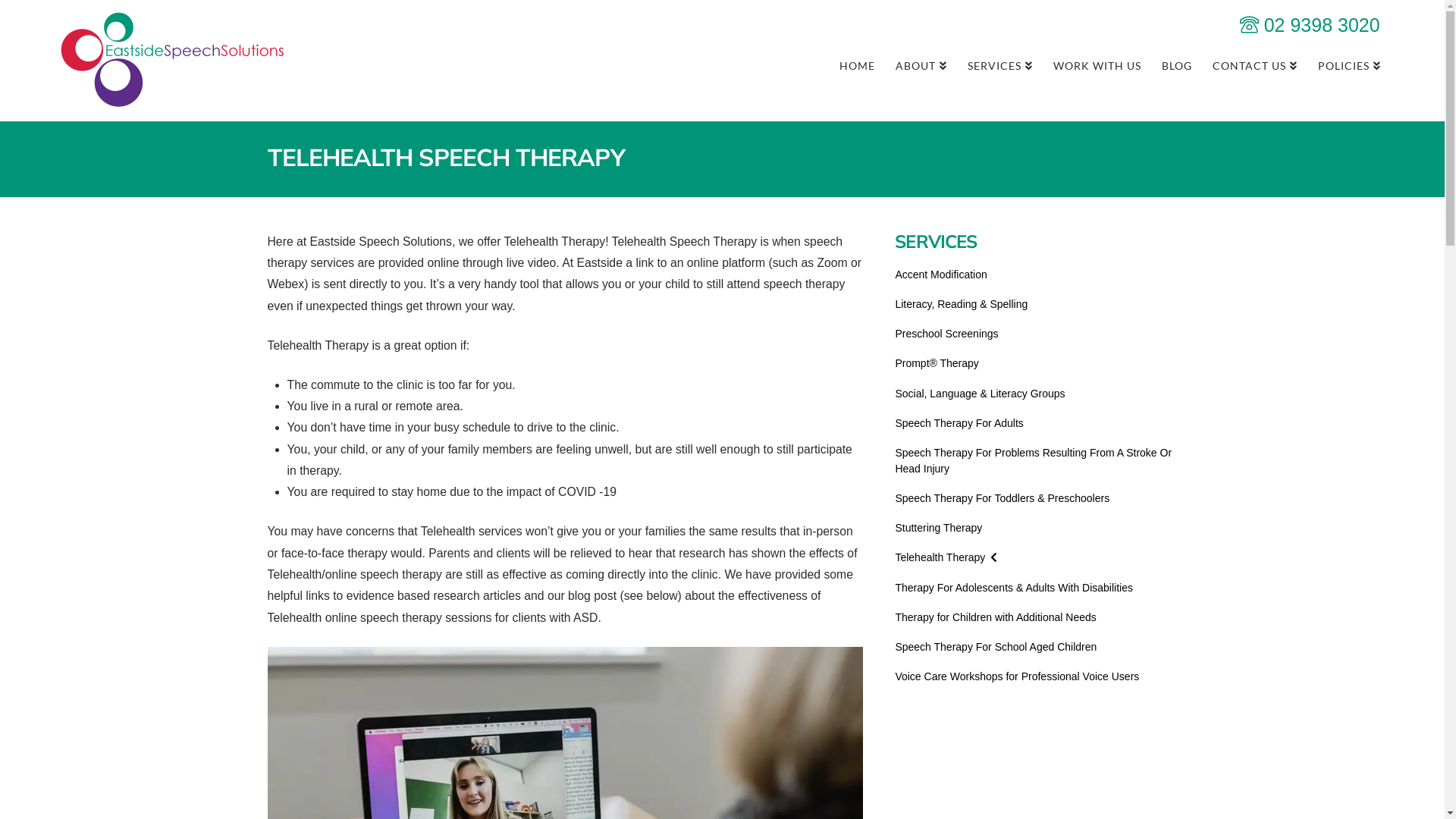 The image size is (1456, 819). Describe the element at coordinates (996, 647) in the screenshot. I see `'Speech Therapy For School Aged Children'` at that location.